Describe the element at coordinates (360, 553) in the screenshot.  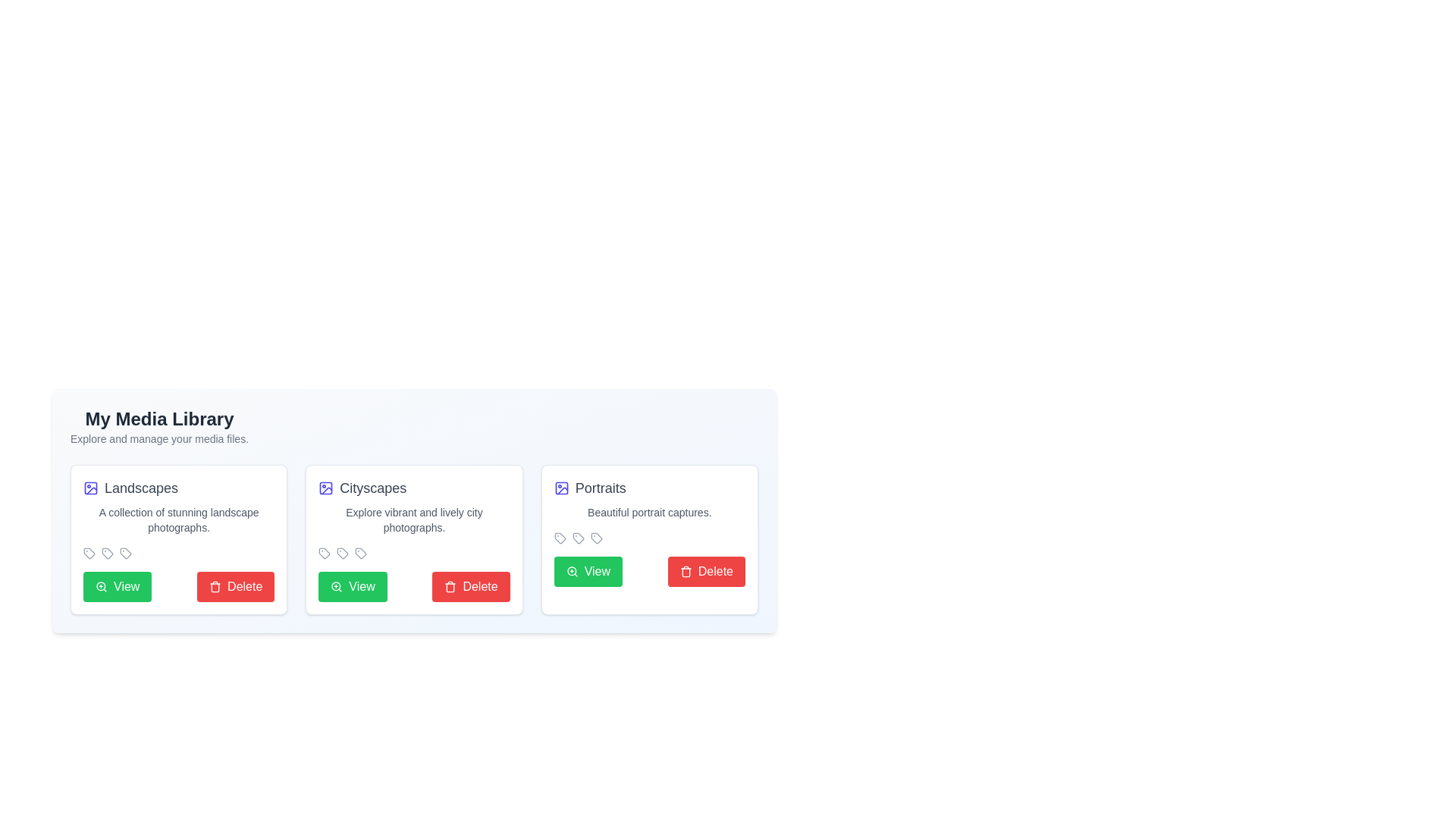
I see `the third tag icon, which is light gray with a thin outline, located at the bottom row of the 'Cityscapes' card in the media library section` at that location.